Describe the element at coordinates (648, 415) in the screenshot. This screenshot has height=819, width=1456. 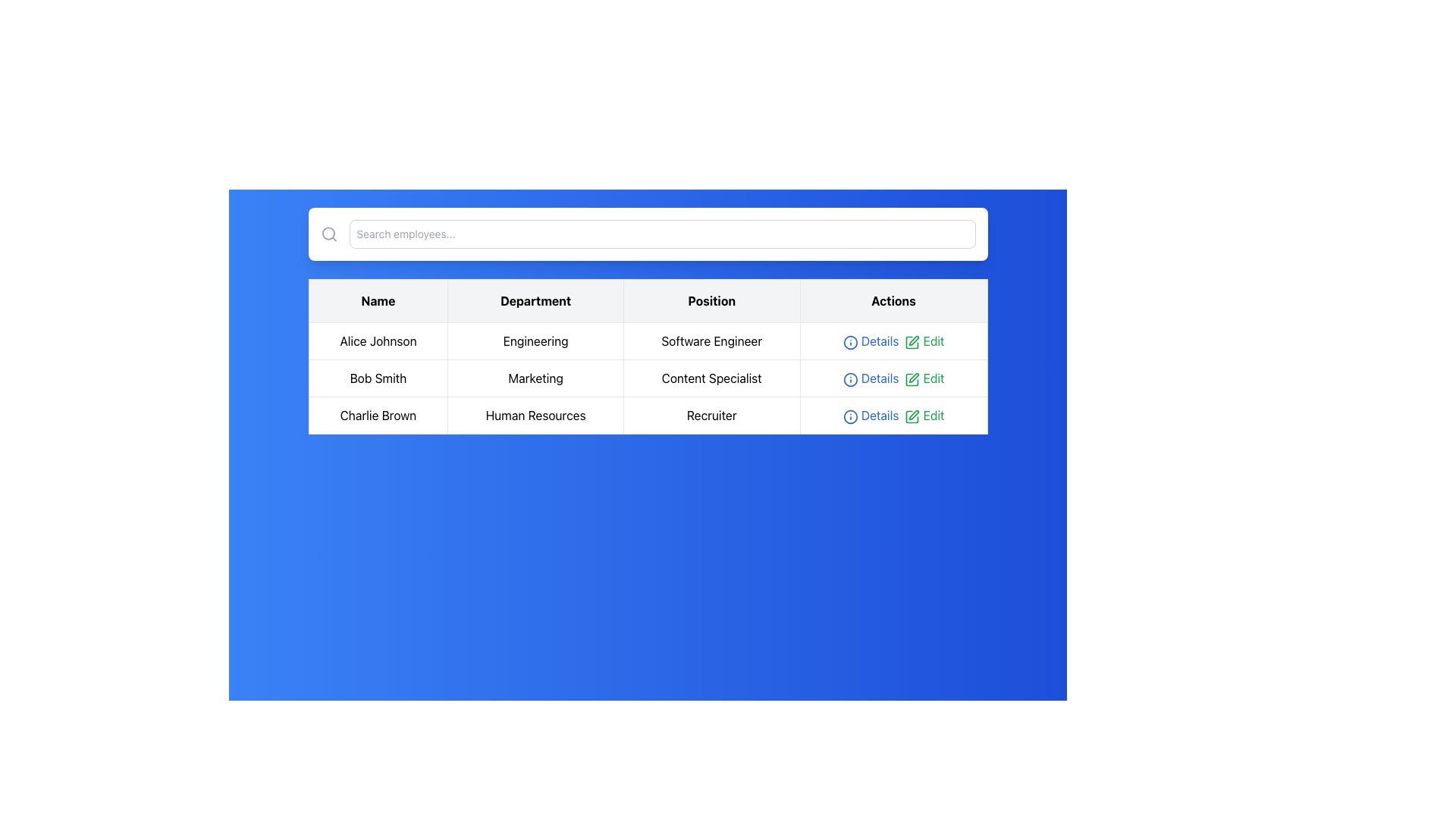
I see `the third table row displaying employee data for 'Charlie Brown' to interact with the details or edit the data` at that location.